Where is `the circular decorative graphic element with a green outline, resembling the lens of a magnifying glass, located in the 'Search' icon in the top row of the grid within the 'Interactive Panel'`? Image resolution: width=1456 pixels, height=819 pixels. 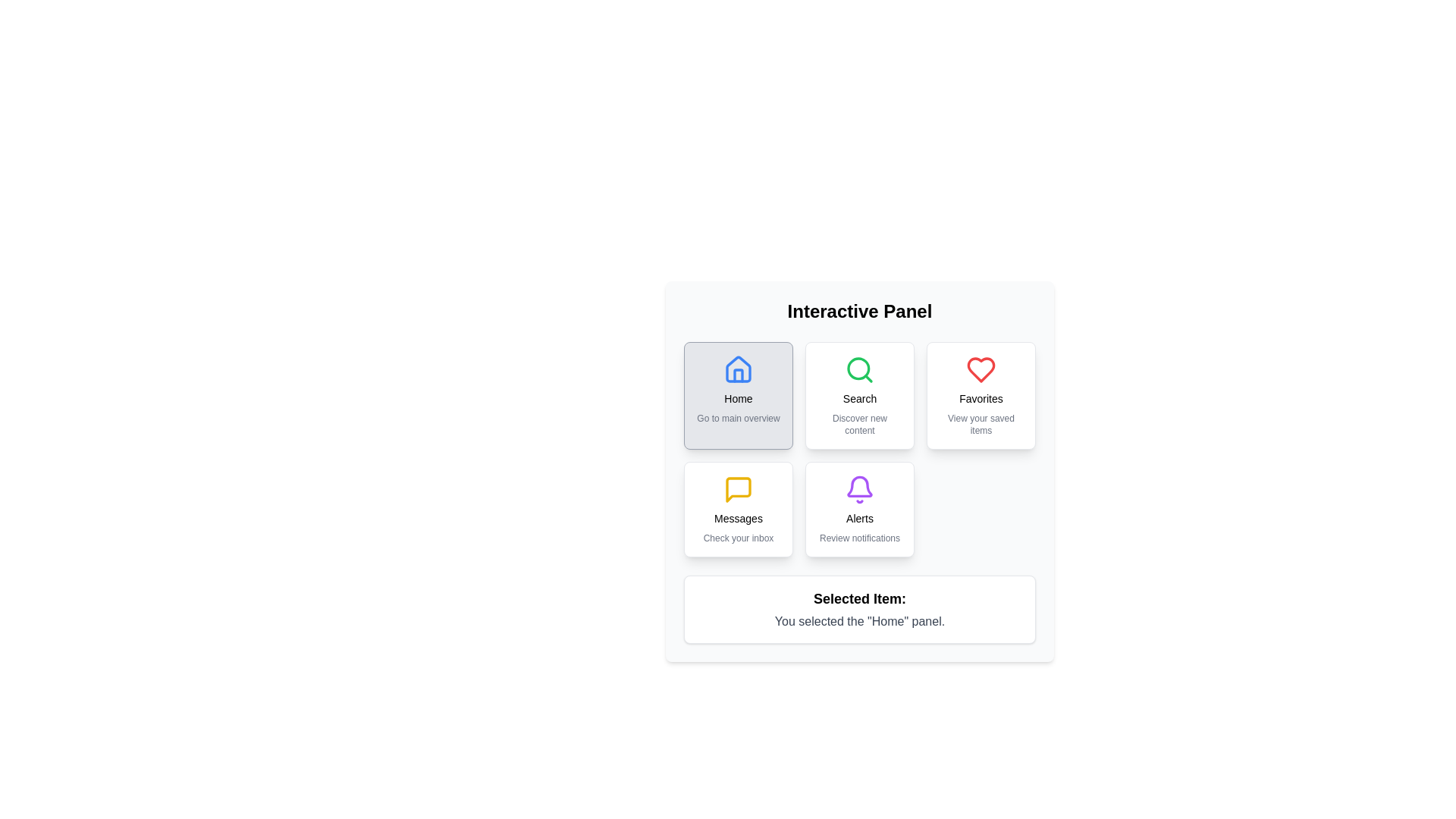
the circular decorative graphic element with a green outline, resembling the lens of a magnifying glass, located in the 'Search' icon in the top row of the grid within the 'Interactive Panel' is located at coordinates (858, 369).